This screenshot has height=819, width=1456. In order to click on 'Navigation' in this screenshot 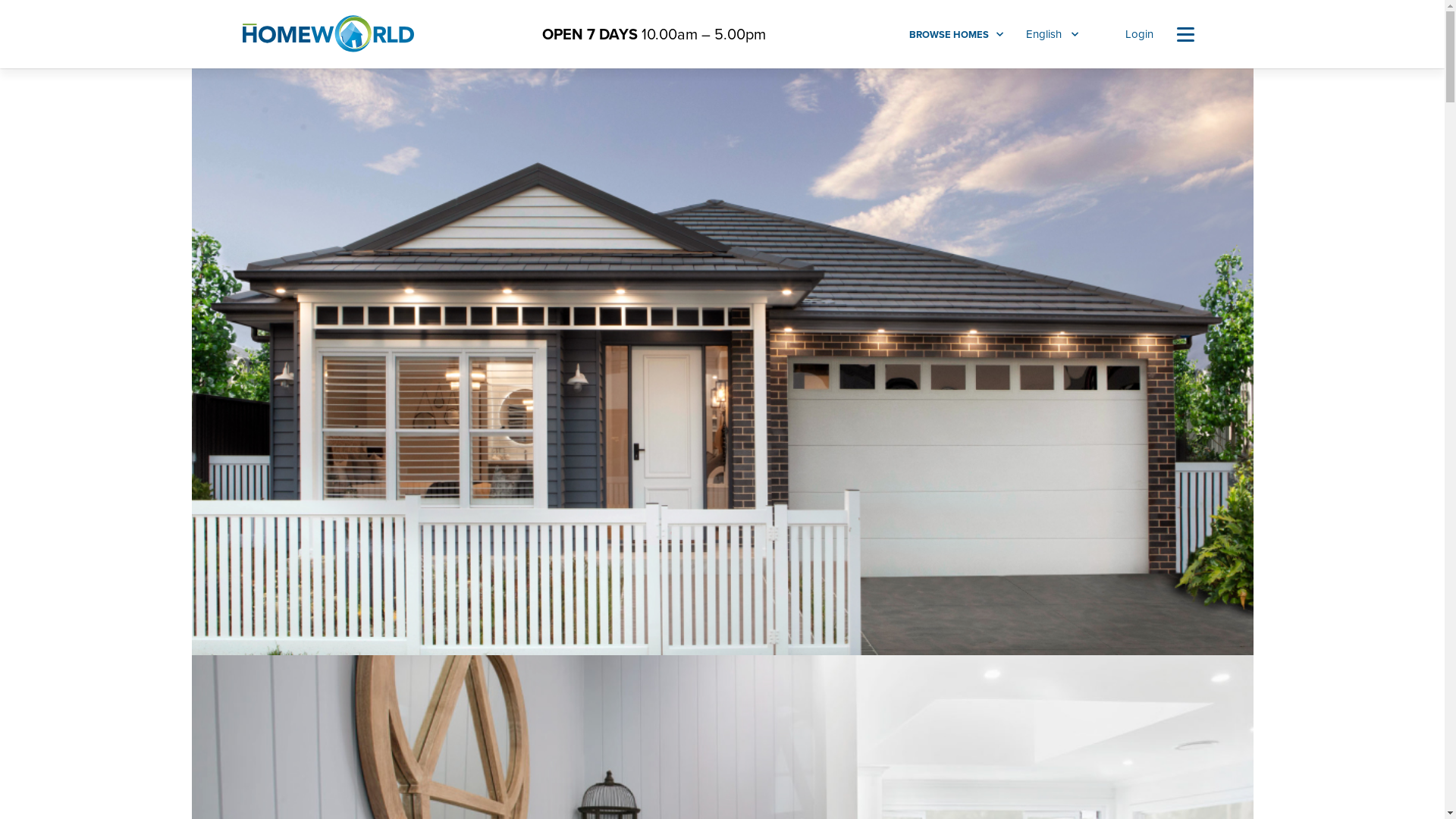, I will do `click(1185, 34)`.